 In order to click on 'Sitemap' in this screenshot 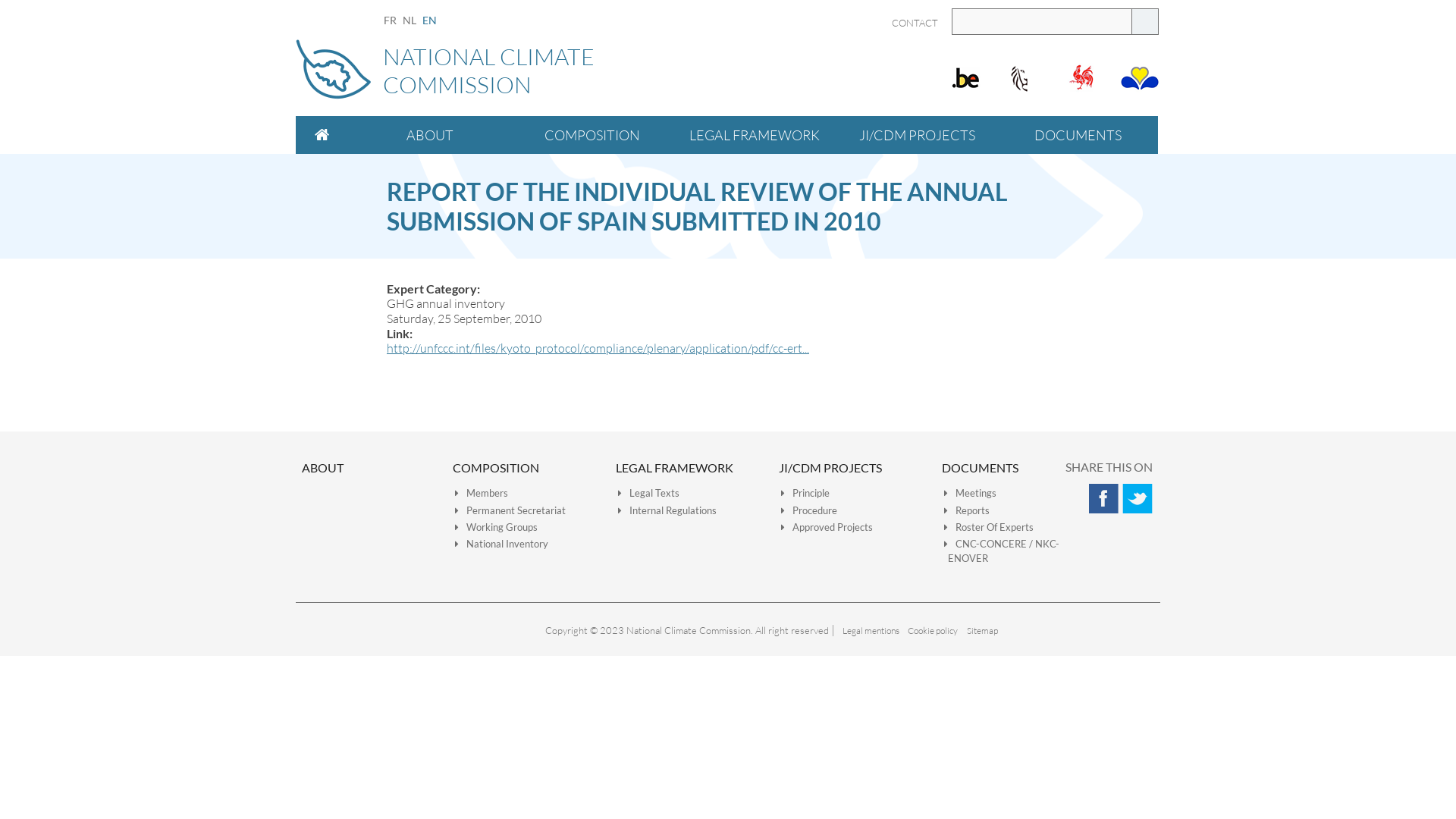, I will do `click(981, 630)`.